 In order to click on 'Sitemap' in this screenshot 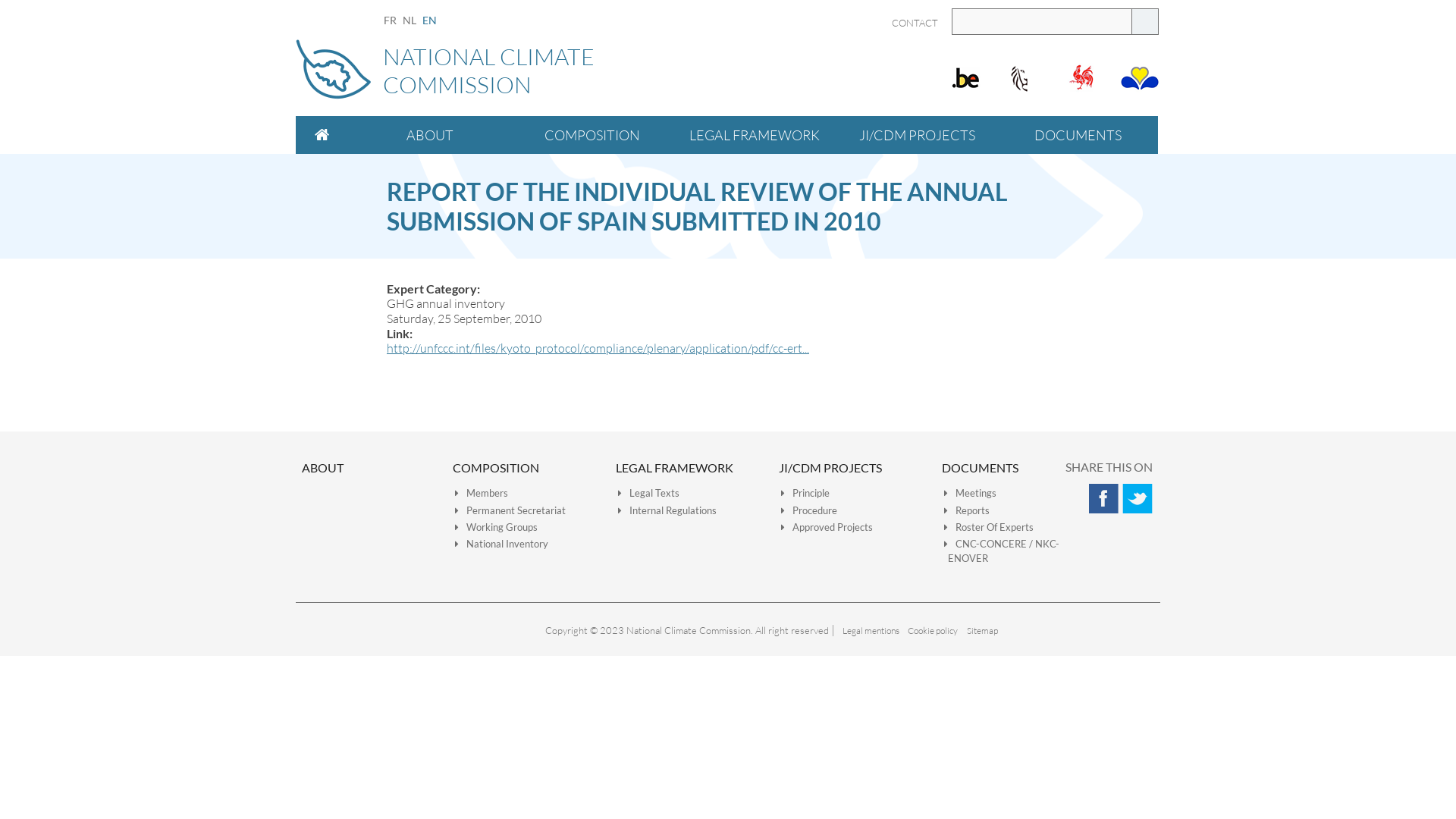, I will do `click(981, 630)`.